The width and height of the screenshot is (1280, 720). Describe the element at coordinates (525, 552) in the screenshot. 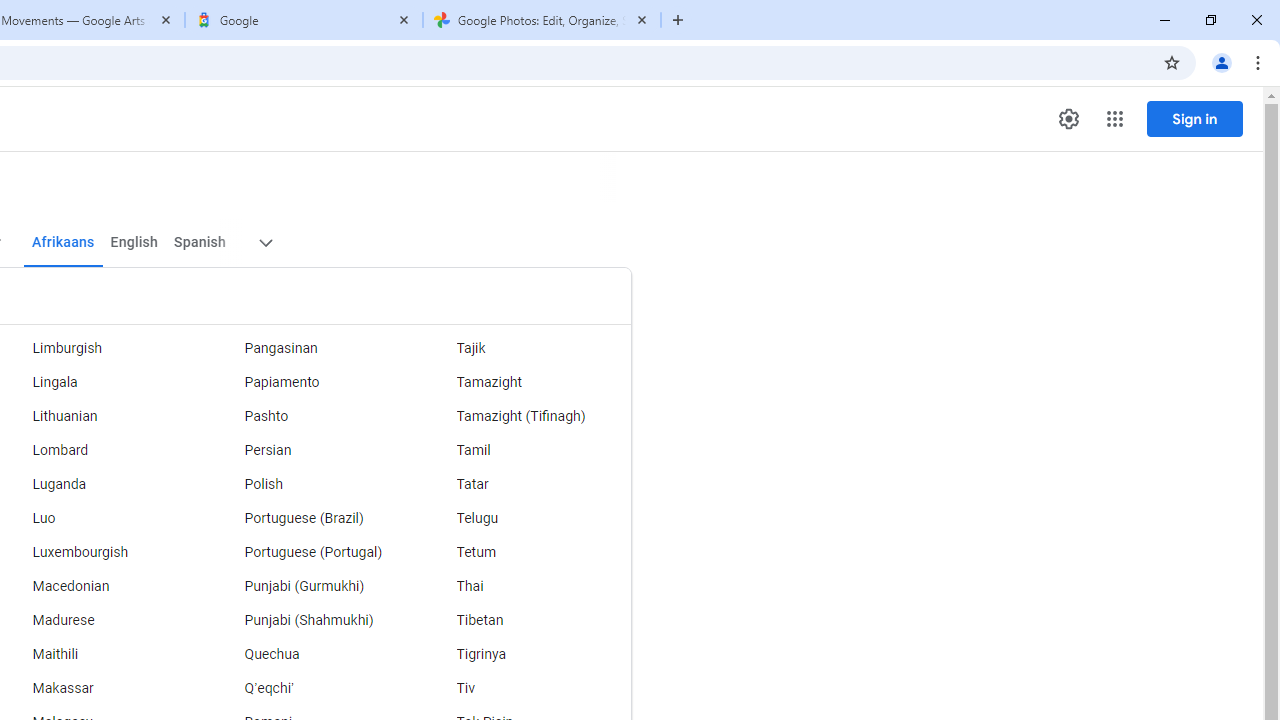

I see `'Tetum'` at that location.